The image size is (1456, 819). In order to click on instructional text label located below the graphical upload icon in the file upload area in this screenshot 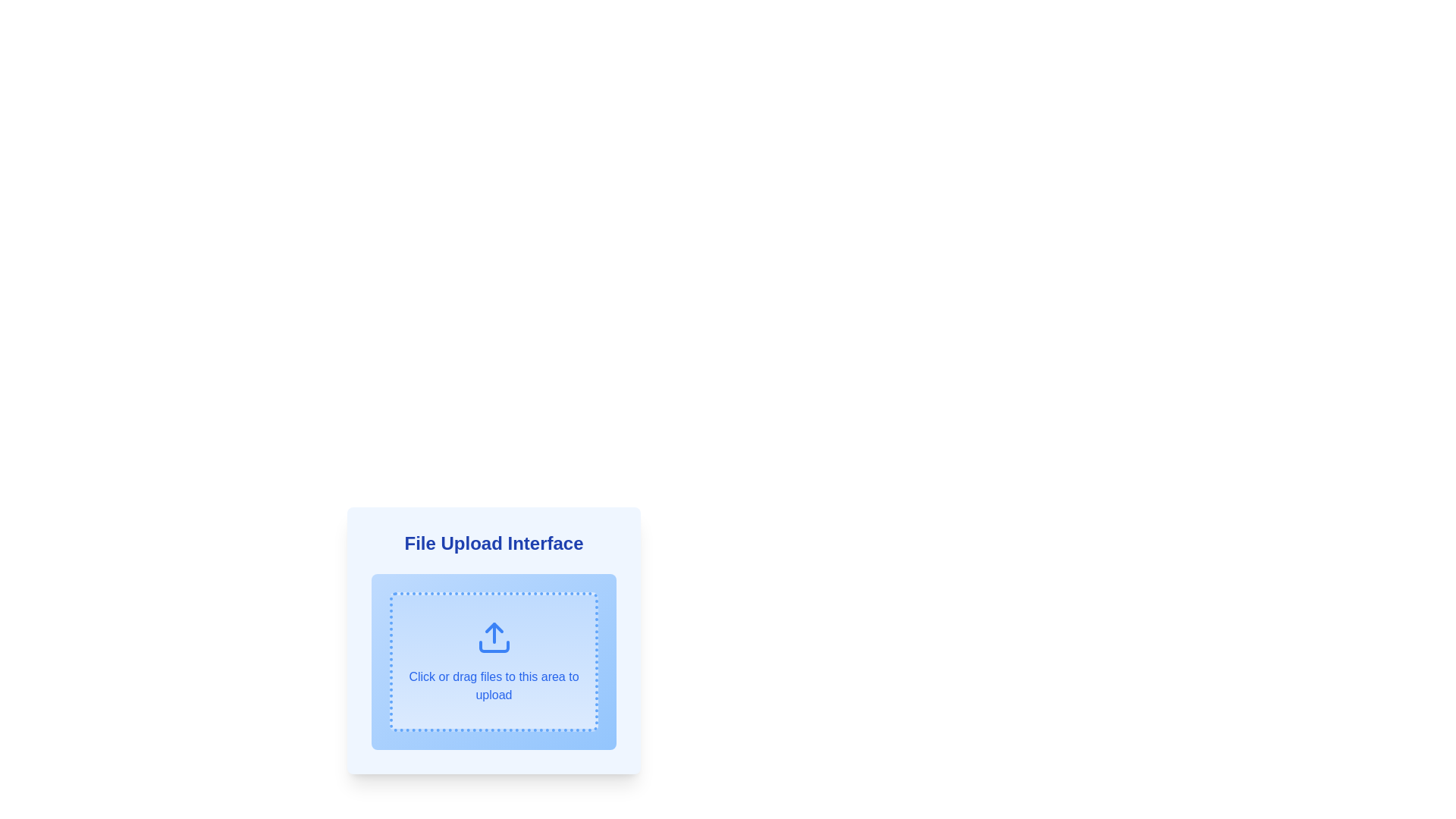, I will do `click(494, 686)`.